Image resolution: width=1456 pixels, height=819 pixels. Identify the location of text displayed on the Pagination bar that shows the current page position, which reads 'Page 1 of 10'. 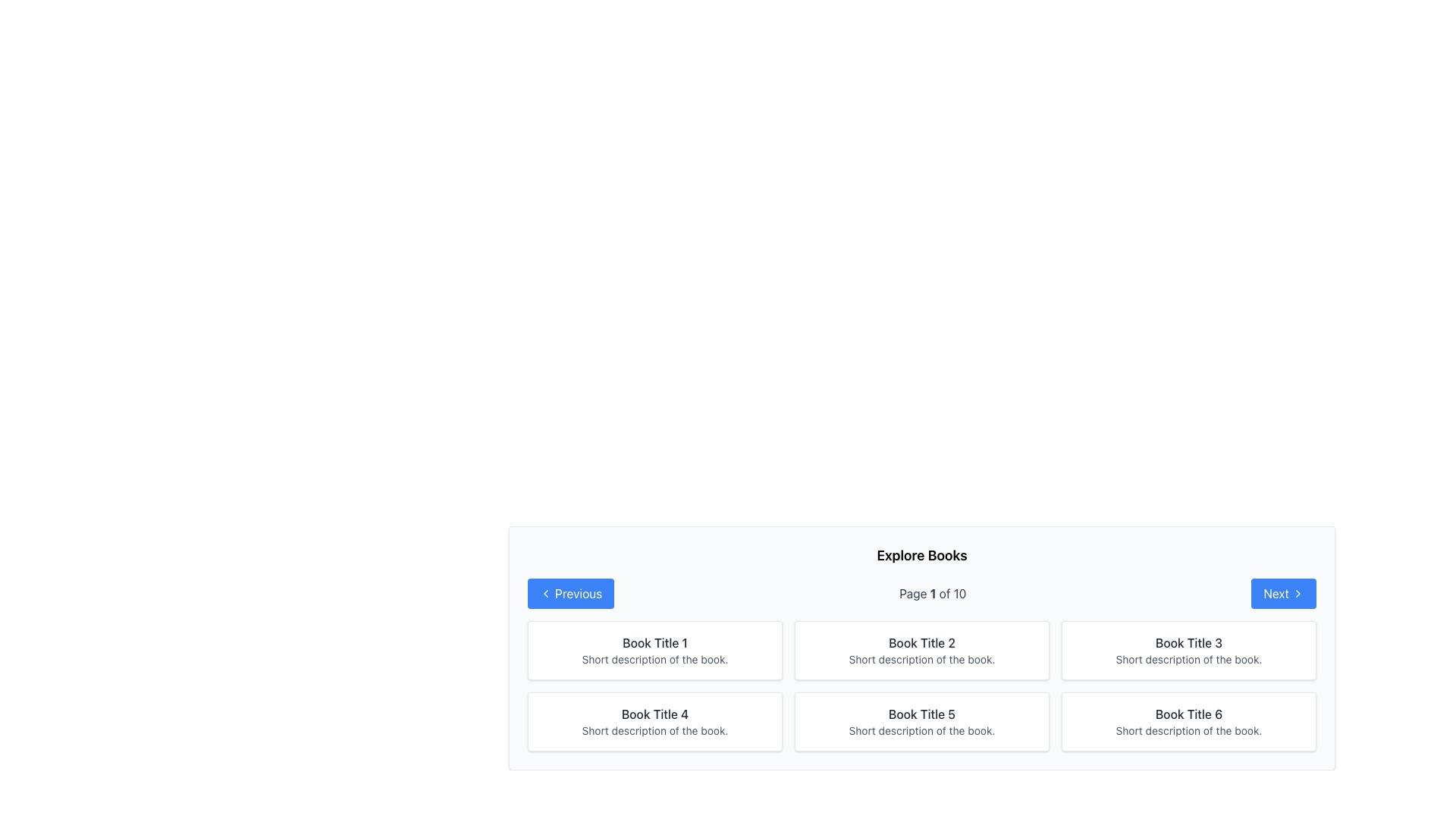
(921, 593).